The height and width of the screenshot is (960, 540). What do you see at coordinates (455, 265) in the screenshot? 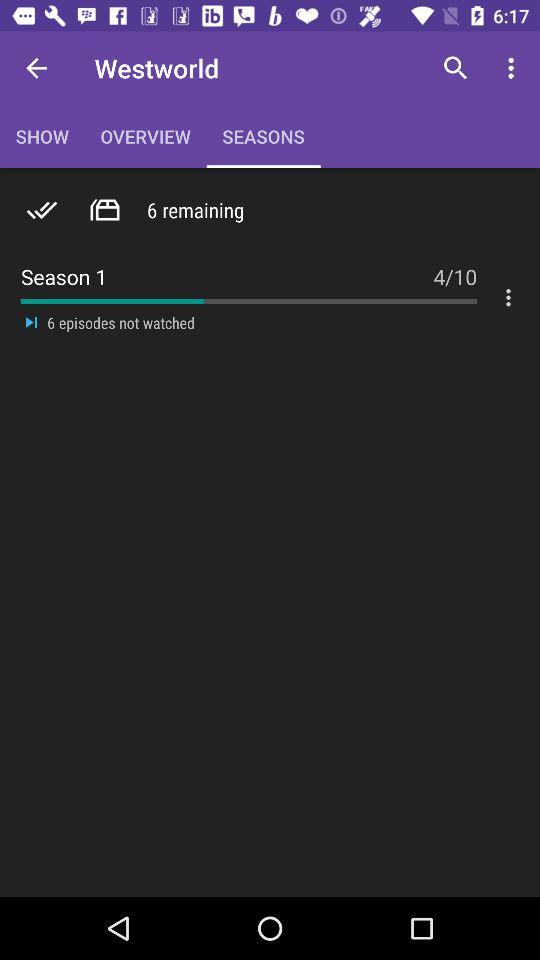
I see `the item next to the season 1 item` at bounding box center [455, 265].